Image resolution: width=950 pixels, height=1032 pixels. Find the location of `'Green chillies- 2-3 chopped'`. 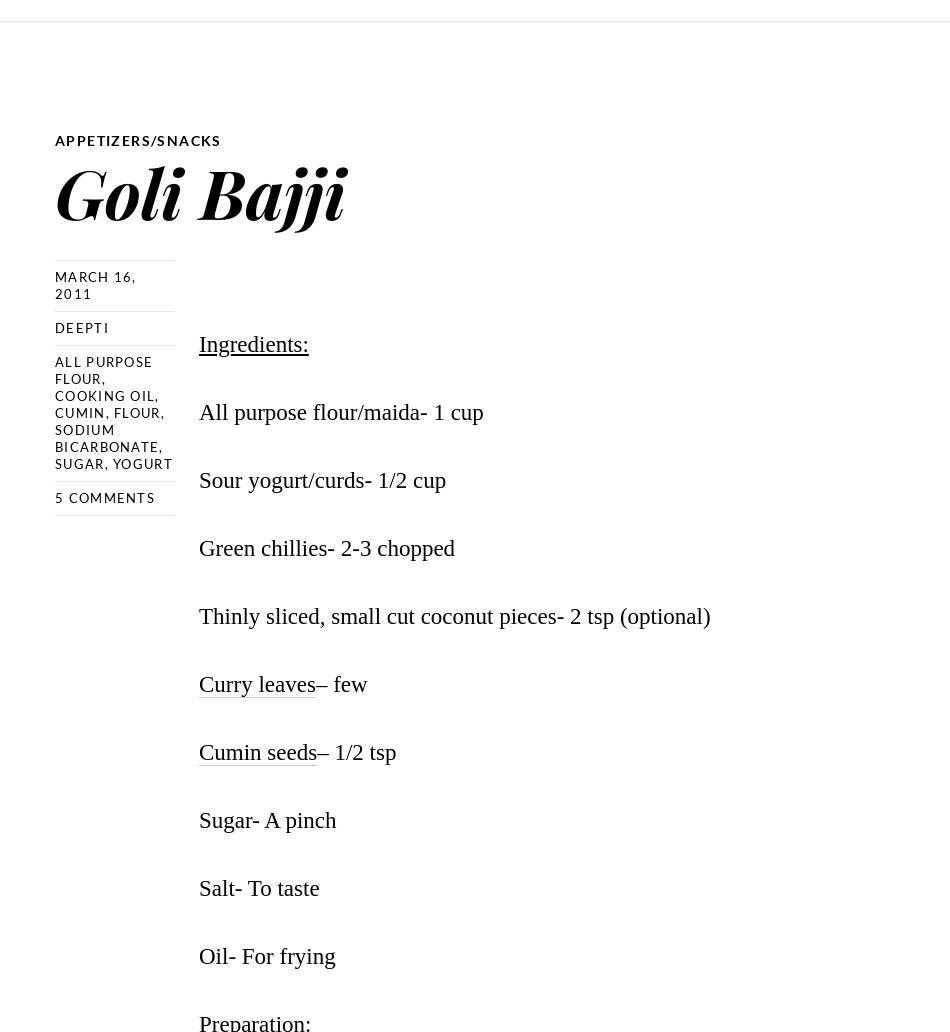

'Green chillies- 2-3 chopped' is located at coordinates (325, 548).